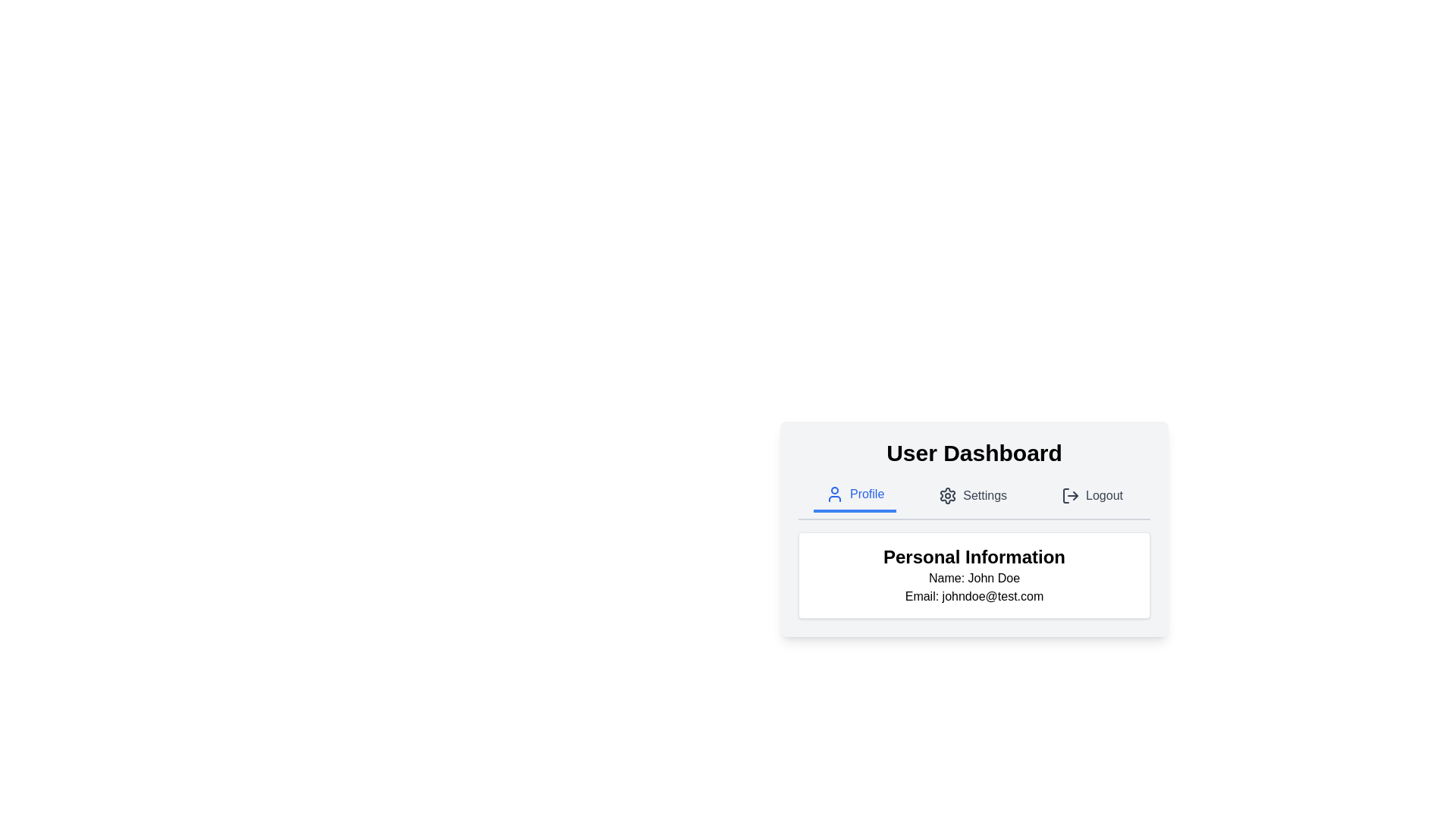 This screenshot has height=819, width=1456. What do you see at coordinates (974, 500) in the screenshot?
I see `the 'Profile' option in the navigation bar` at bounding box center [974, 500].